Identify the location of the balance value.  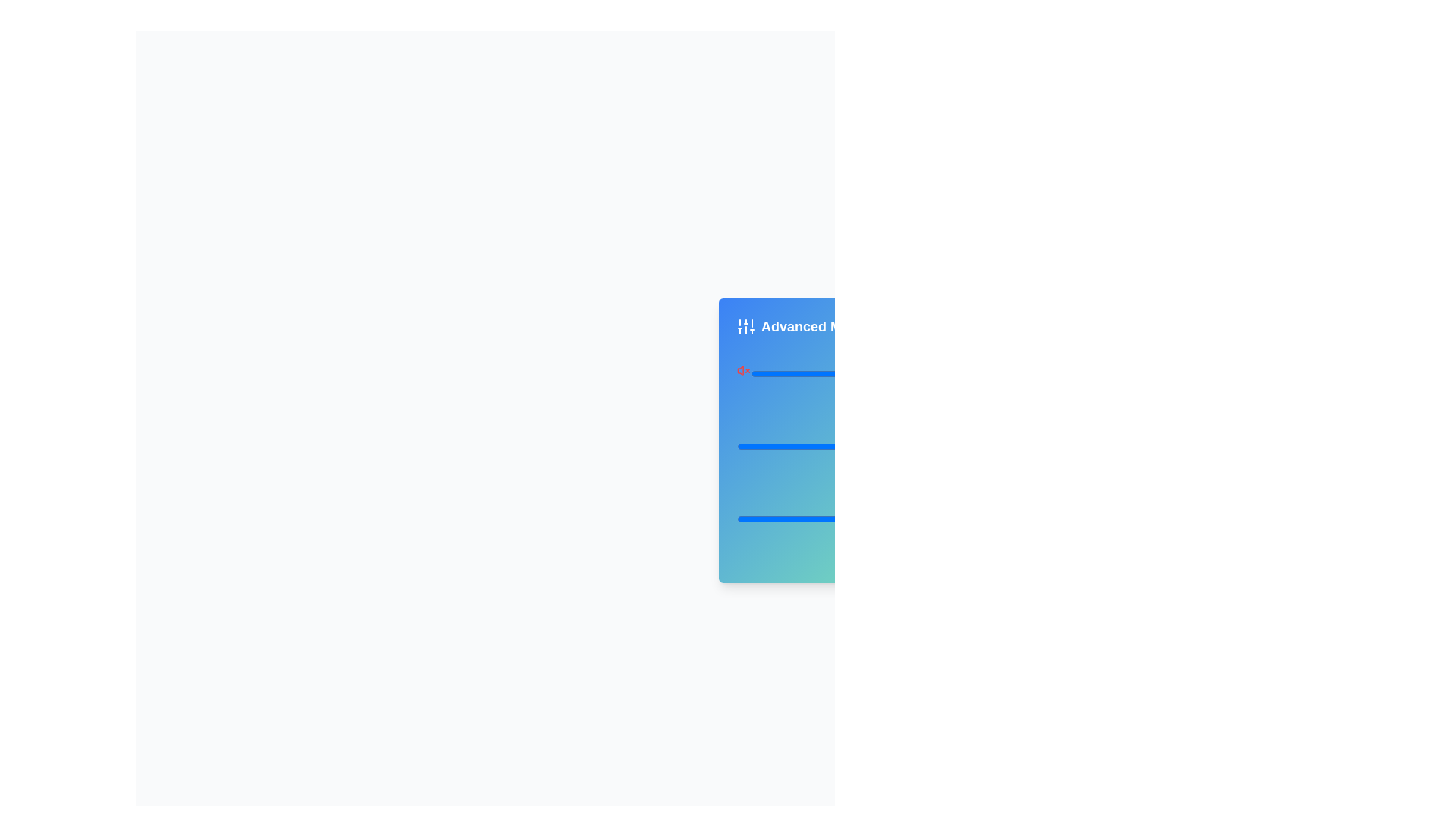
(817, 446).